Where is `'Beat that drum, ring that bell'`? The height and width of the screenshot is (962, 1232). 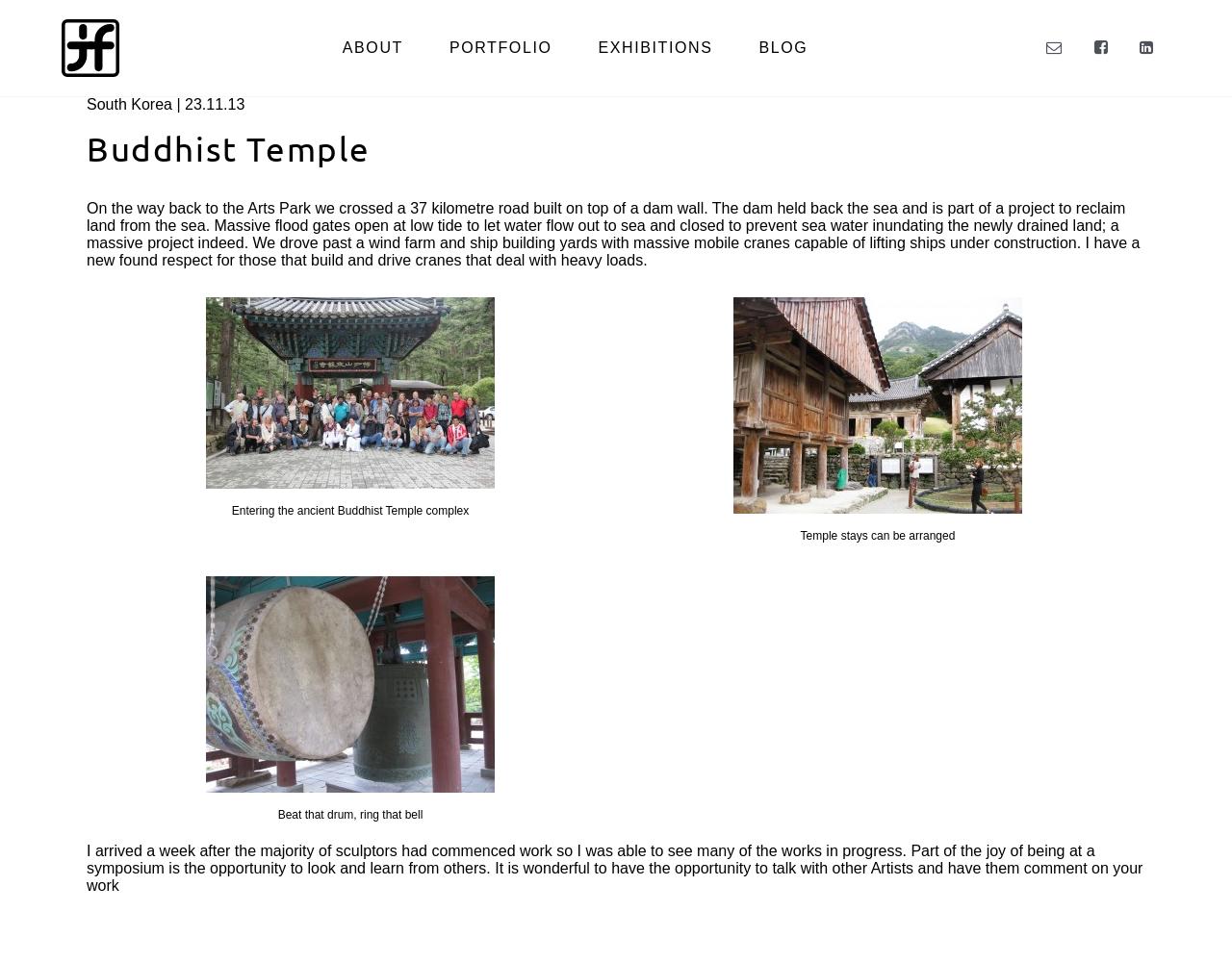
'Beat that drum, ring that bell' is located at coordinates (349, 814).